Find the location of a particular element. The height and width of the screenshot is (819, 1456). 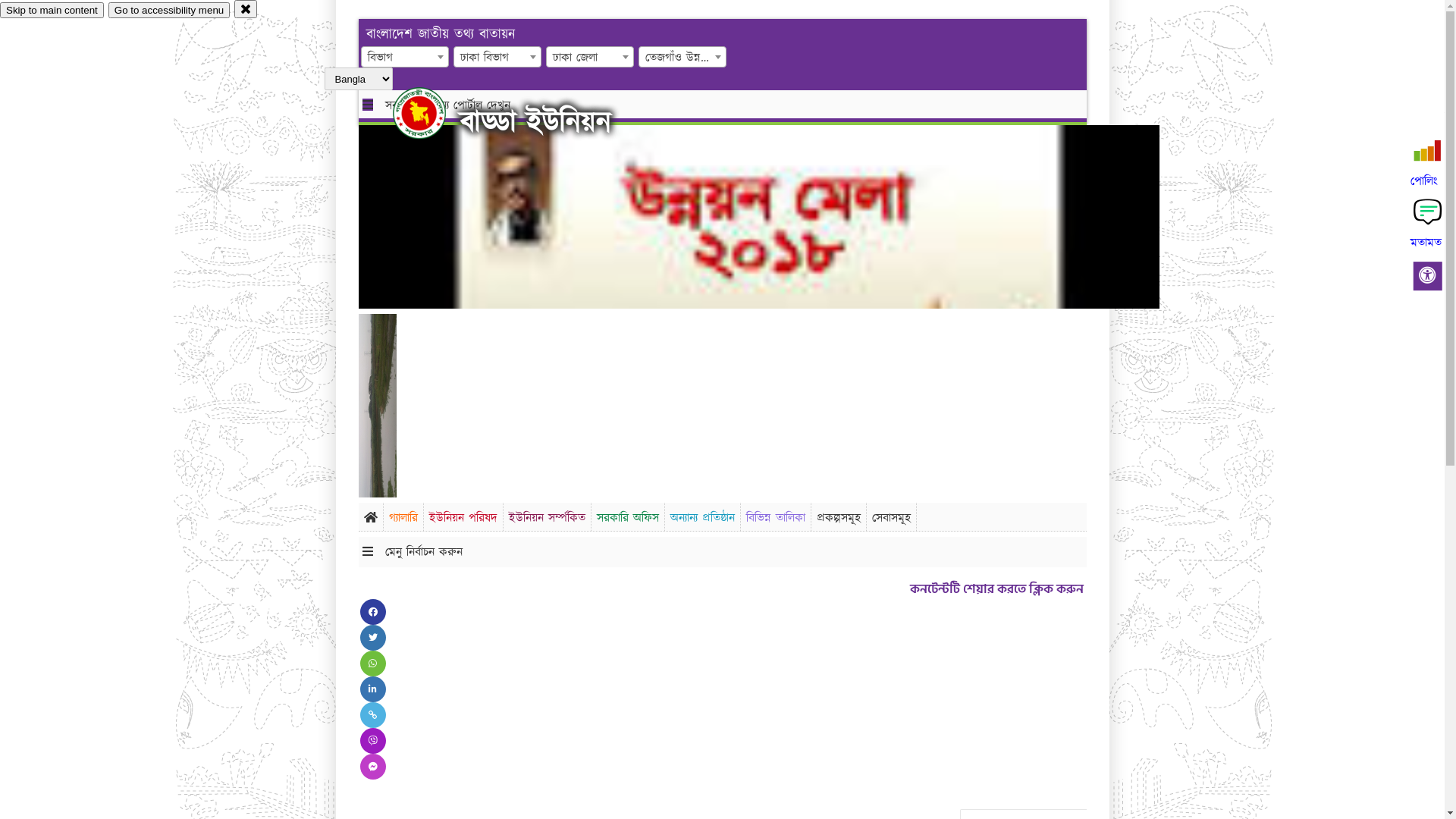

'Go to accessibility menu' is located at coordinates (108, 10).